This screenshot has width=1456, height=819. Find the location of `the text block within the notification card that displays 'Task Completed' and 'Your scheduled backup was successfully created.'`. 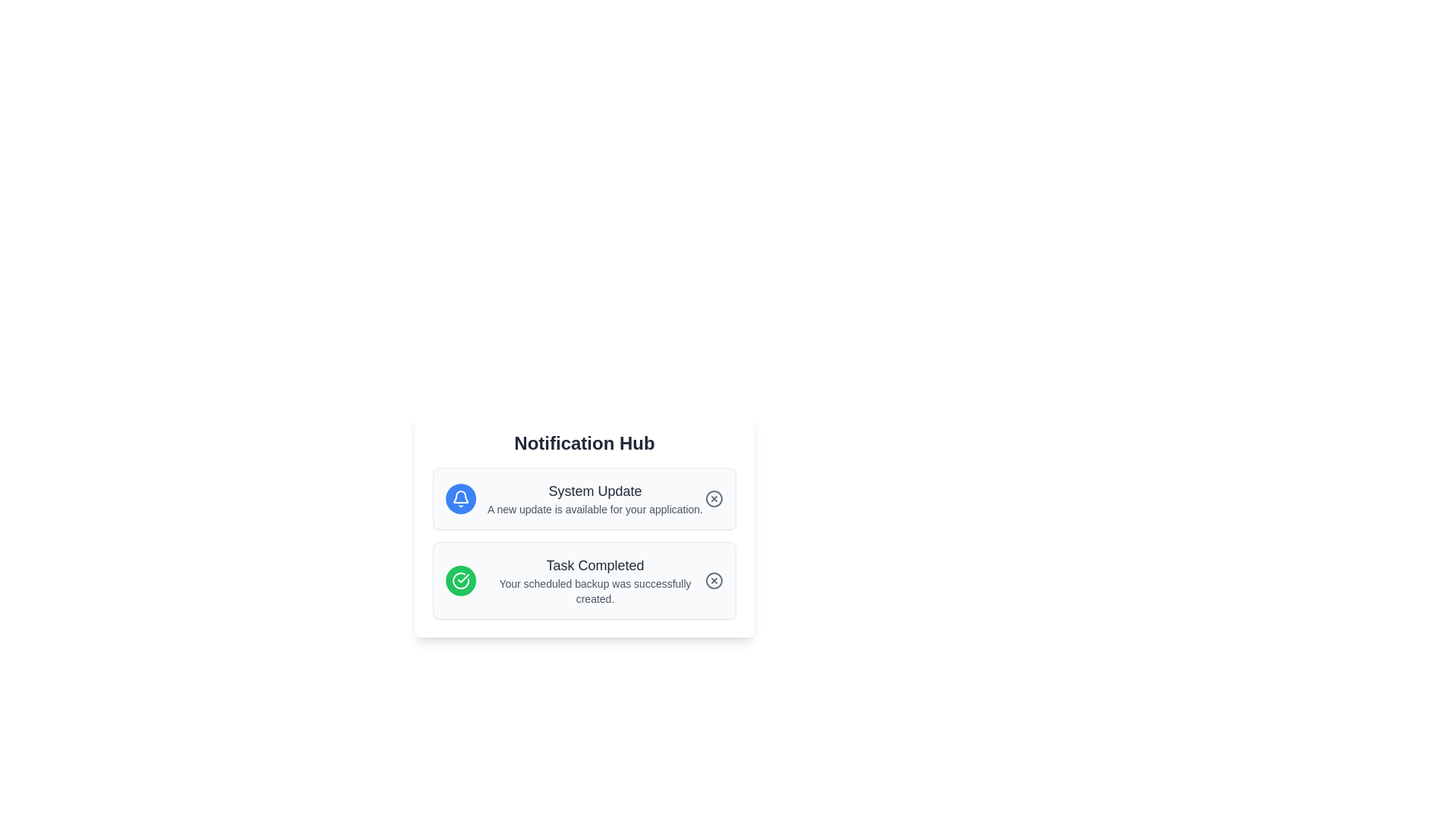

the text block within the notification card that displays 'Task Completed' and 'Your scheduled backup was successfully created.' is located at coordinates (595, 580).